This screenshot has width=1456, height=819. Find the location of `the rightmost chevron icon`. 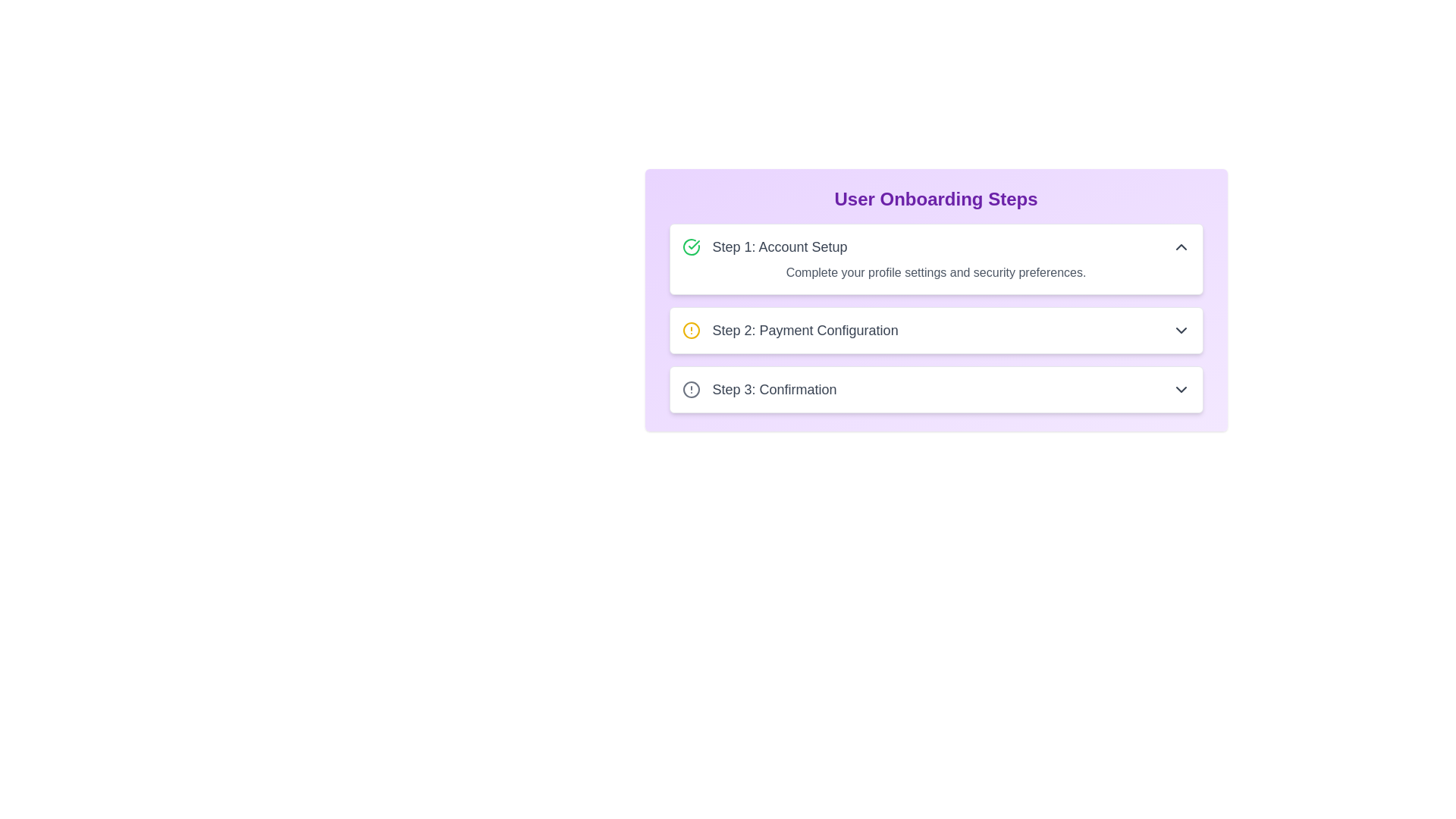

the rightmost chevron icon is located at coordinates (1180, 388).